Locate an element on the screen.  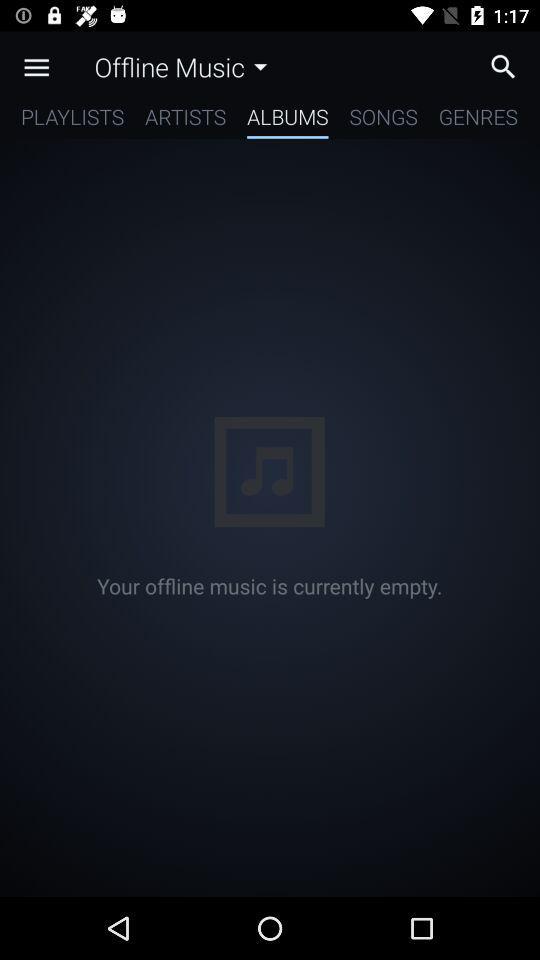
songs icon is located at coordinates (383, 120).